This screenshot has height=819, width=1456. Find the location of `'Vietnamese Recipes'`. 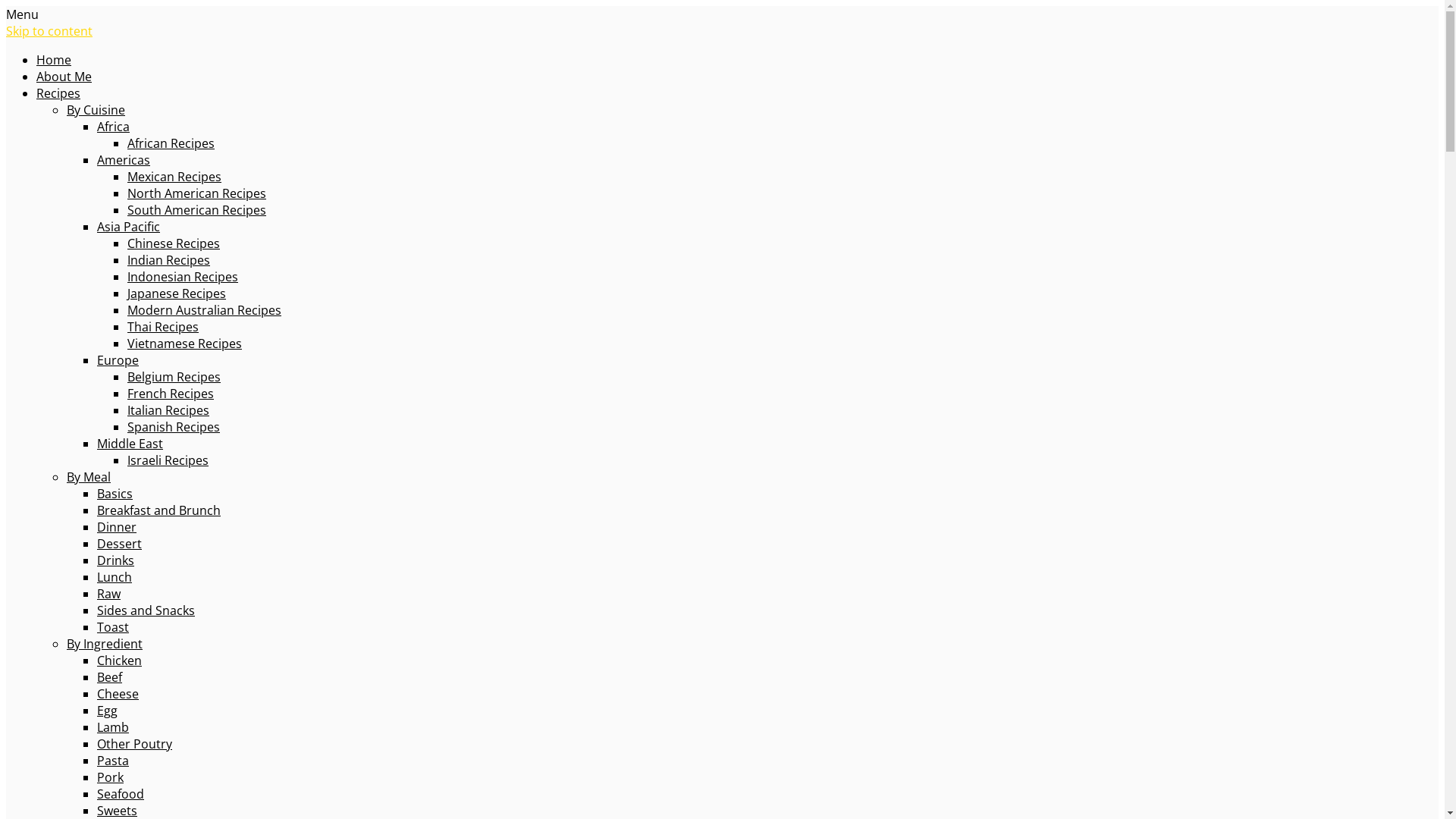

'Vietnamese Recipes' is located at coordinates (127, 343).